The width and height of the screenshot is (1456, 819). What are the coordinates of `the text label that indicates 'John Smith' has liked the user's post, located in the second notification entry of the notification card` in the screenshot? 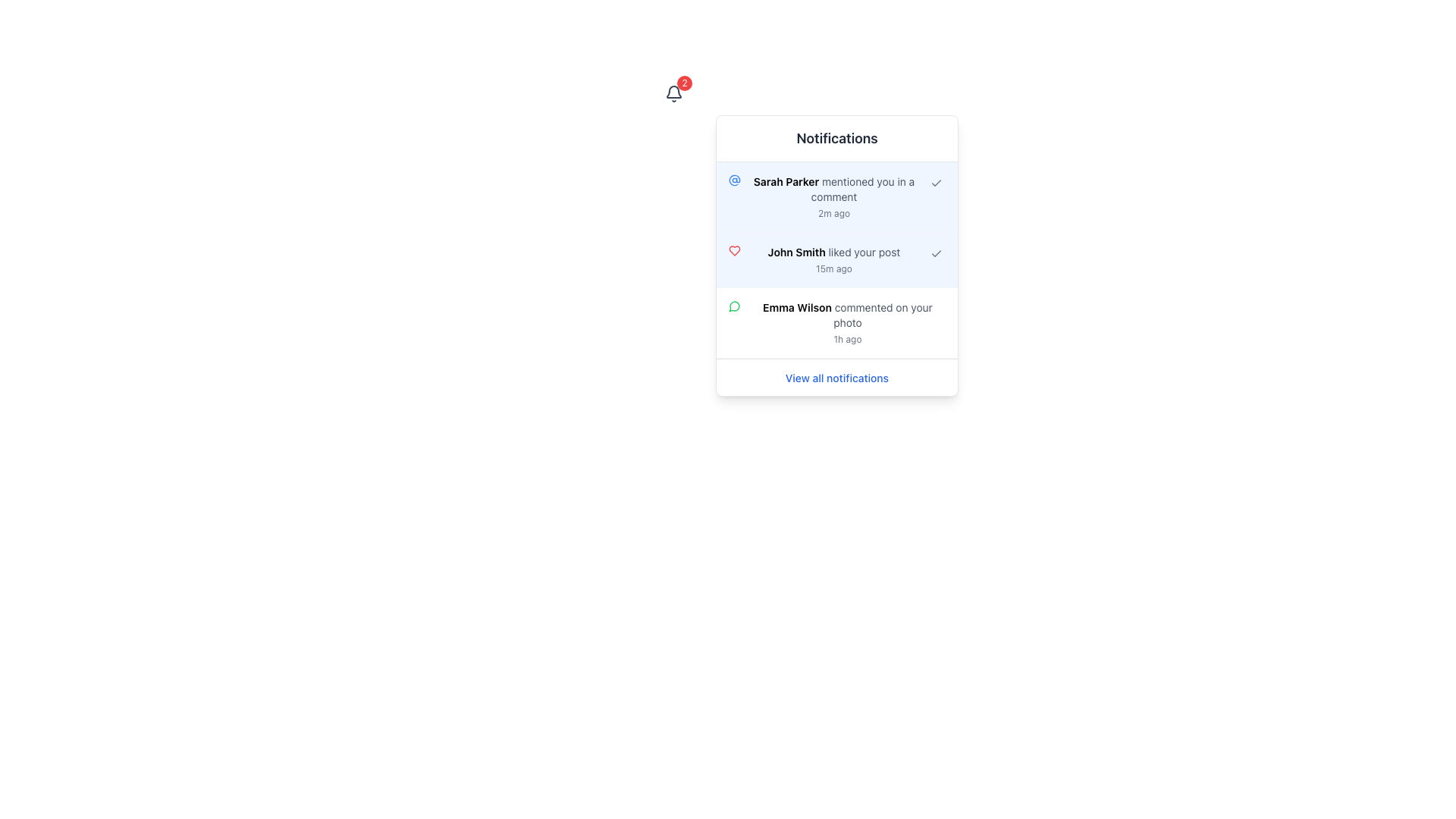 It's located at (833, 251).